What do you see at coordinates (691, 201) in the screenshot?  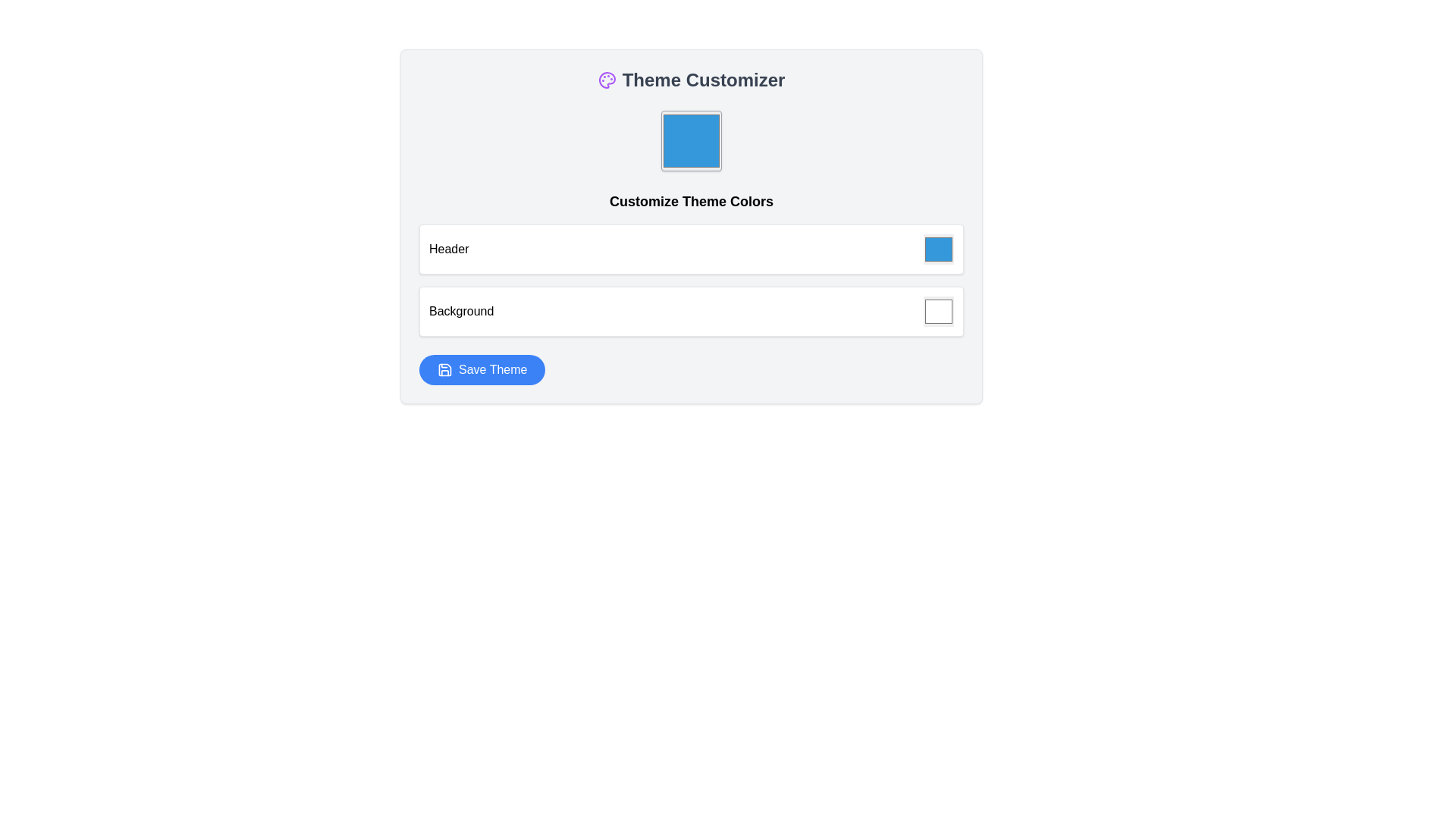 I see `the Text Label that serves as a descriptive section heading for theme color customization, positioned below the central square blue color preview` at bounding box center [691, 201].